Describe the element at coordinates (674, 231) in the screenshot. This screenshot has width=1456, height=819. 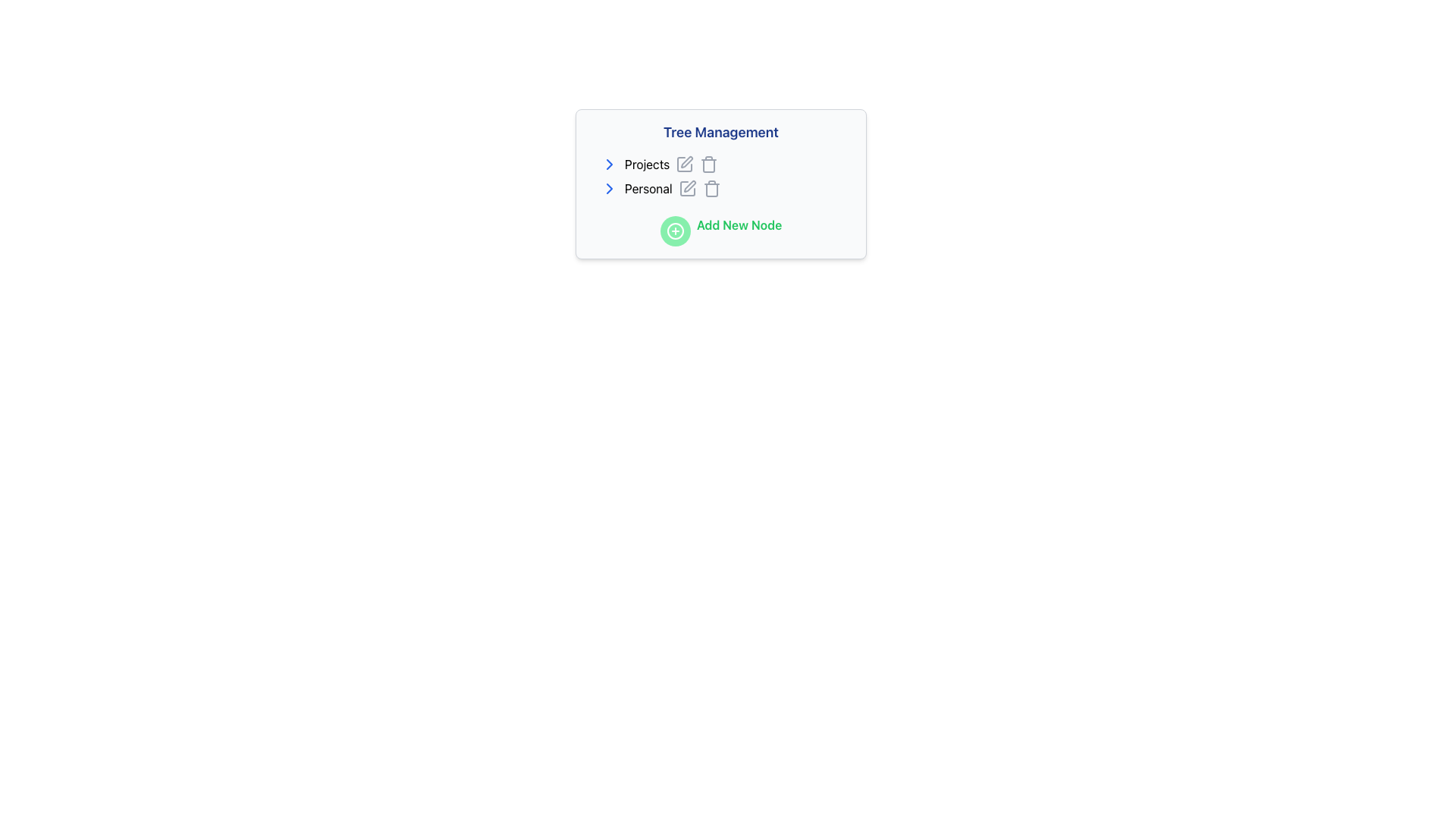
I see `the green circular button located below the 'Tree Management' section` at that location.